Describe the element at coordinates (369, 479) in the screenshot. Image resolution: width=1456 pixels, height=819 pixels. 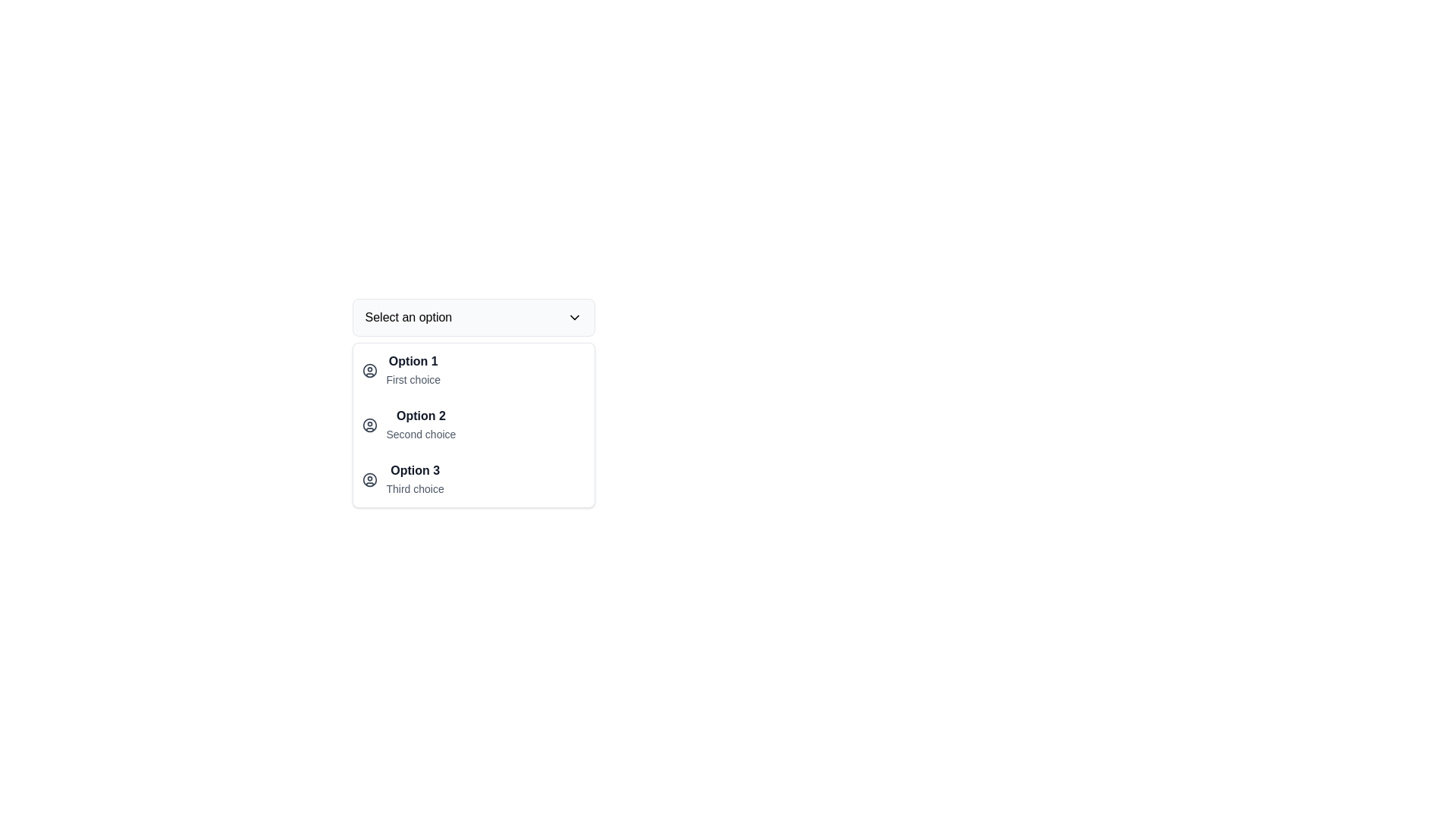
I see `the icon representing 'Option 3'` at that location.